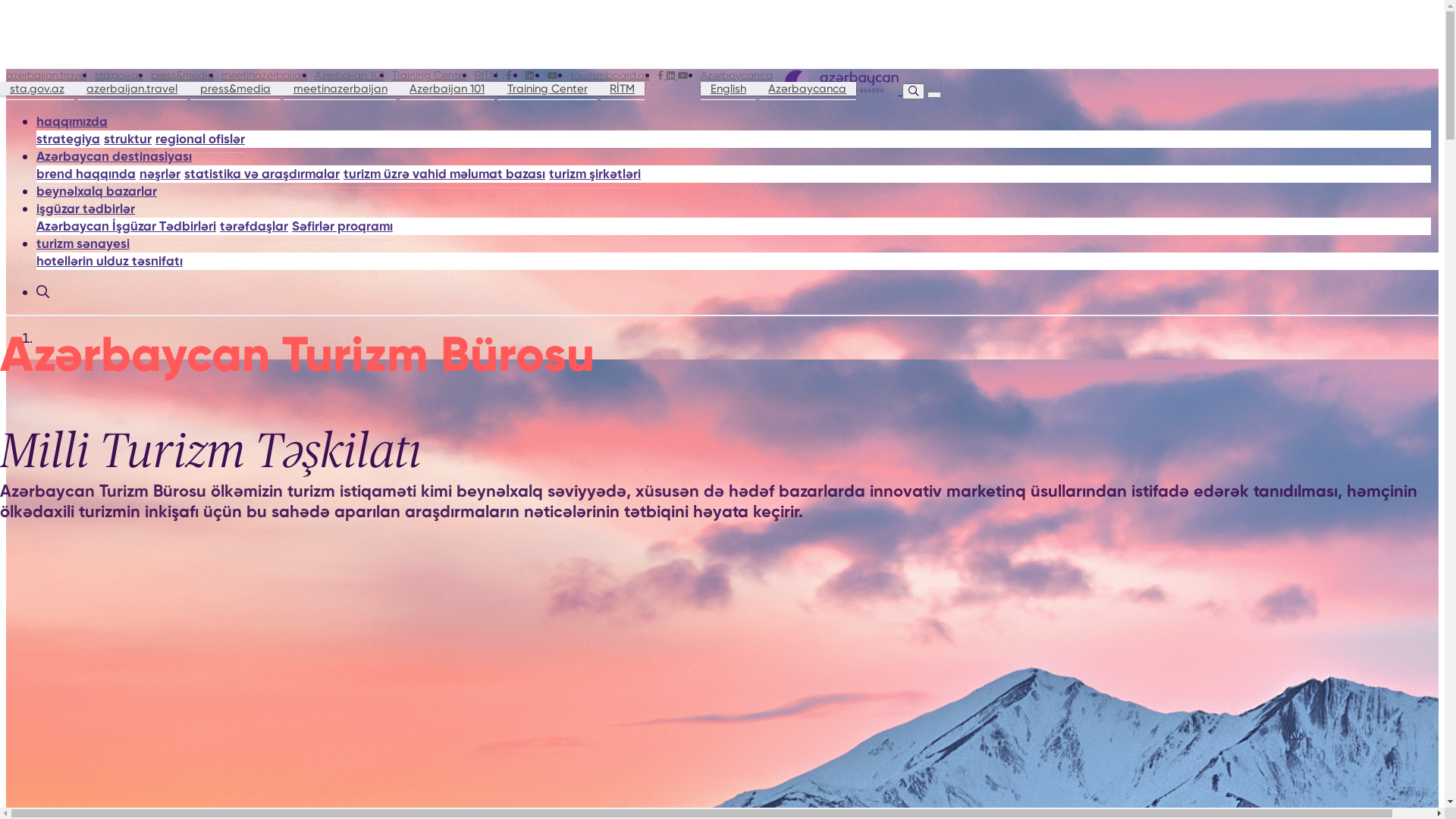  What do you see at coordinates (234, 89) in the screenshot?
I see `'press&media'` at bounding box center [234, 89].